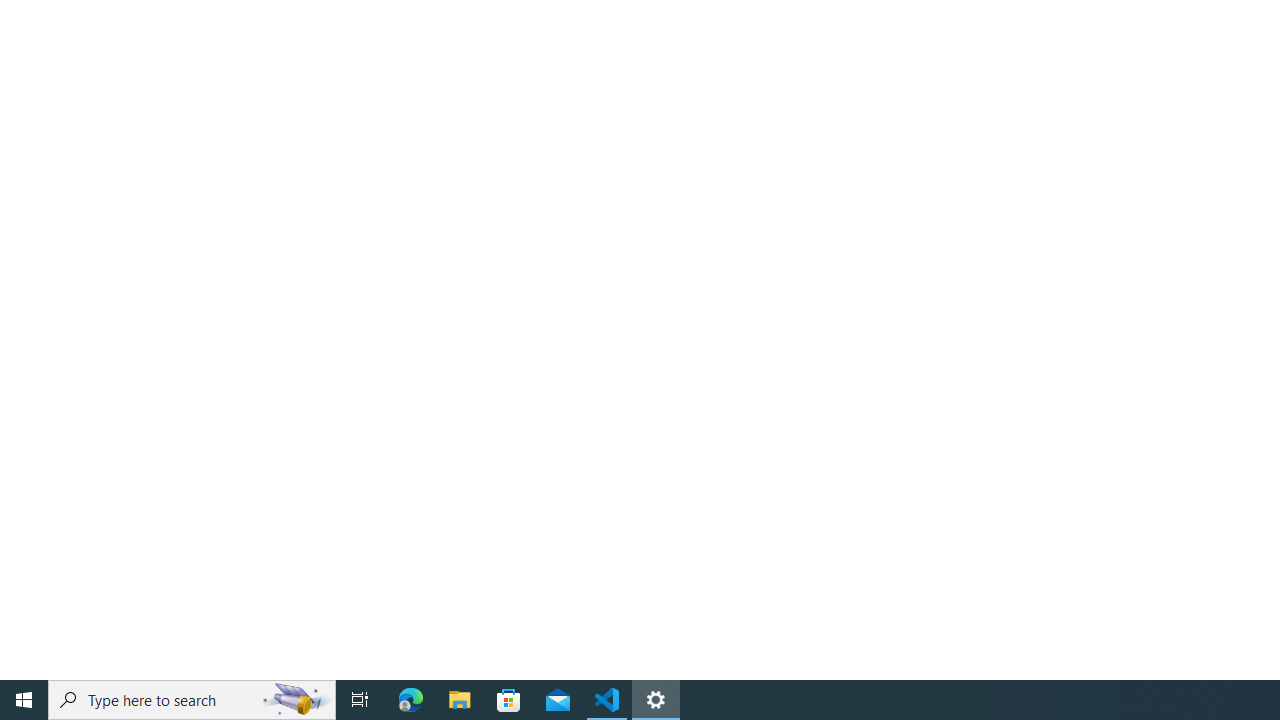  What do you see at coordinates (459, 698) in the screenshot?
I see `'File Explorer'` at bounding box center [459, 698].